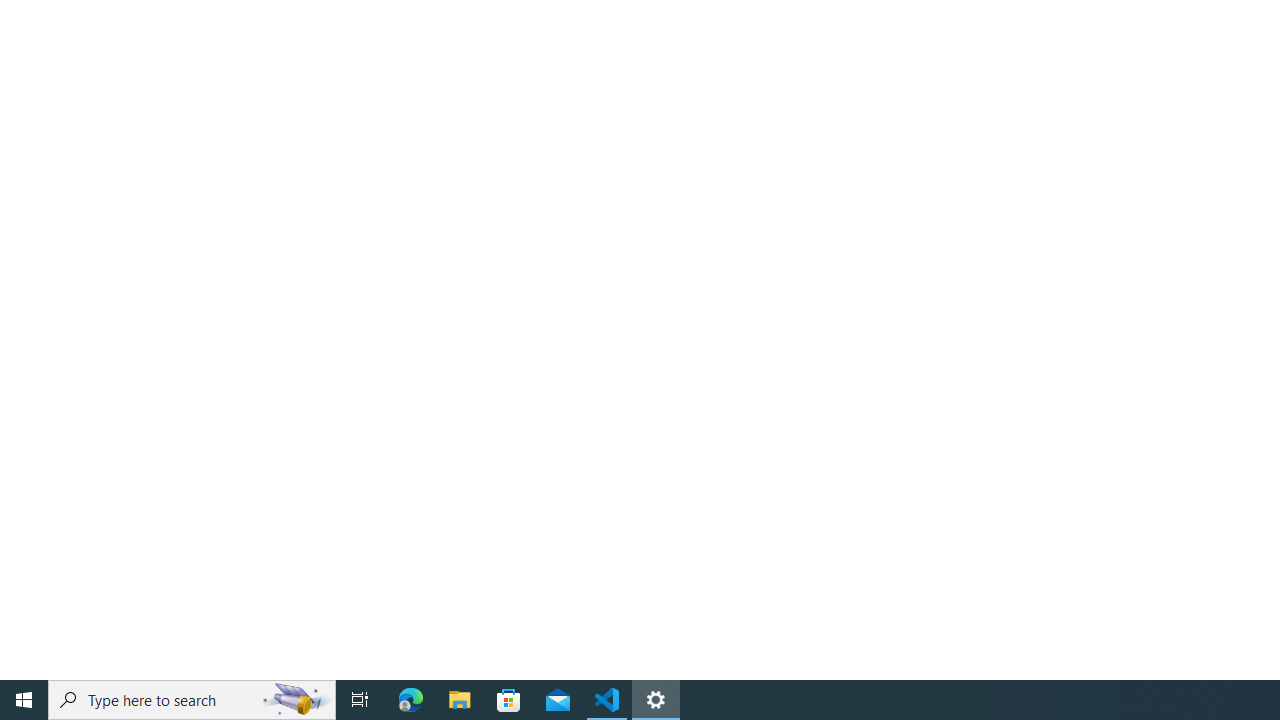  What do you see at coordinates (459, 698) in the screenshot?
I see `'File Explorer'` at bounding box center [459, 698].